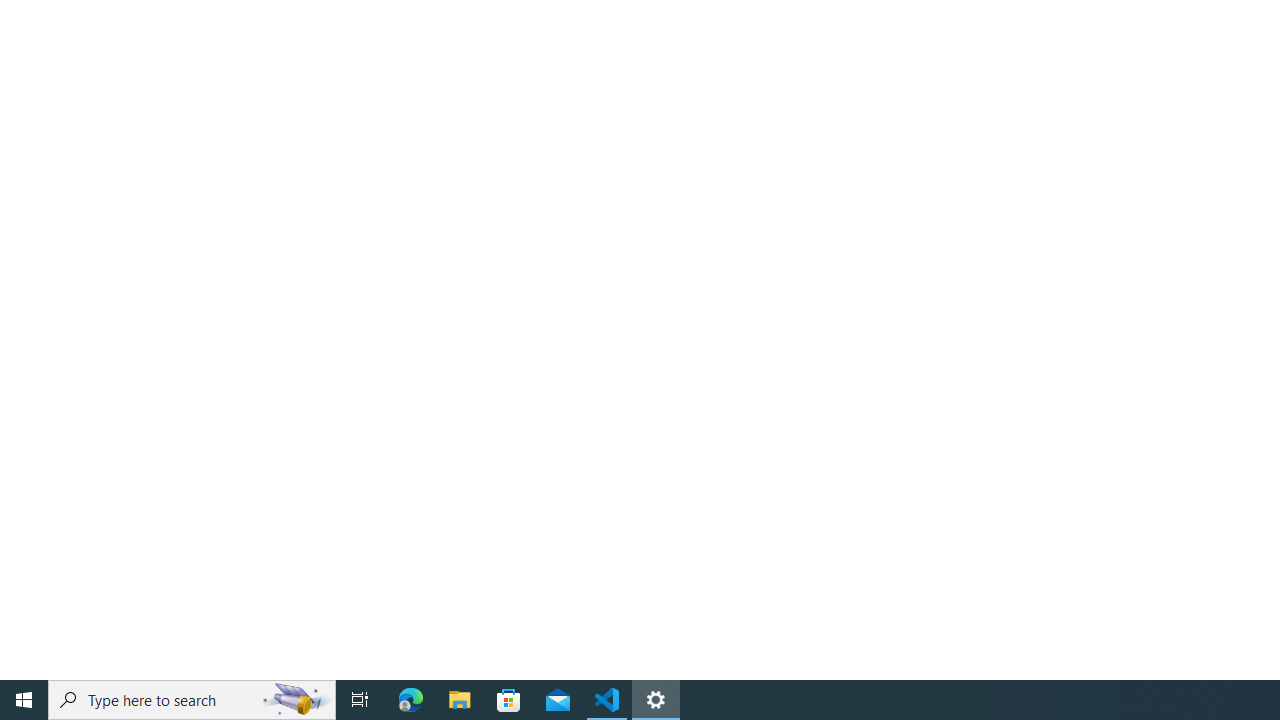  What do you see at coordinates (459, 698) in the screenshot?
I see `'File Explorer'` at bounding box center [459, 698].